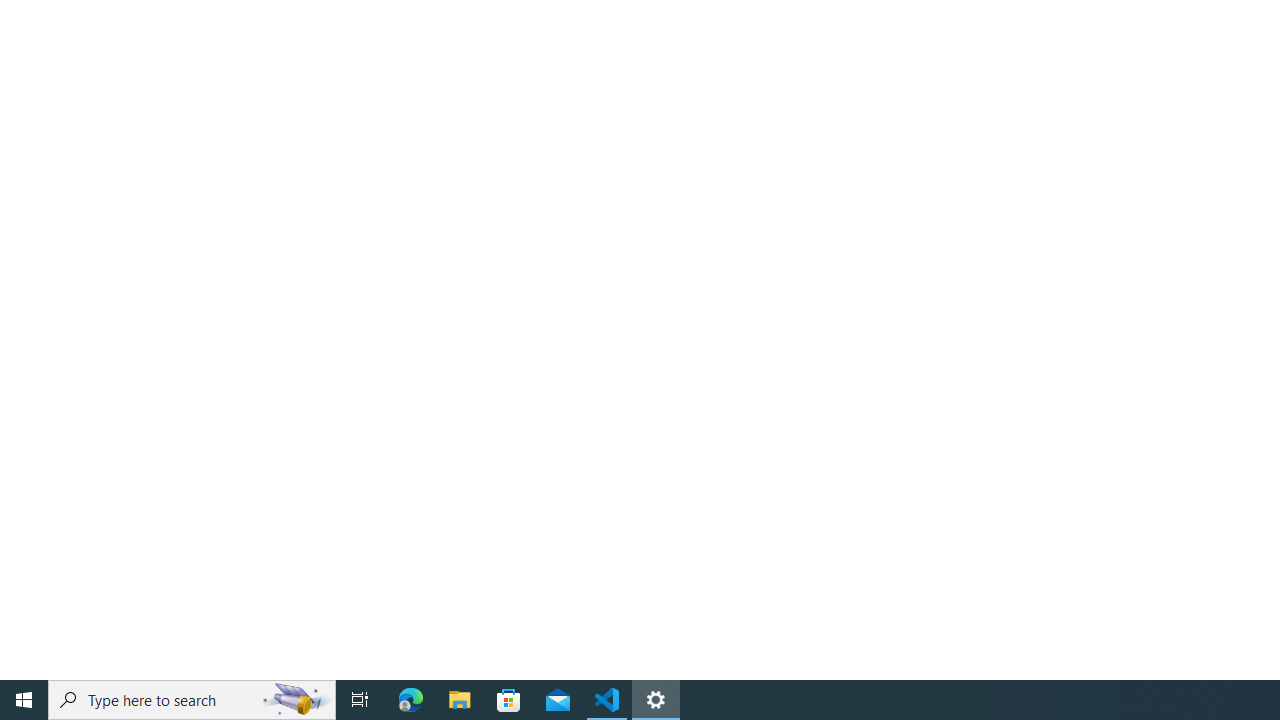  What do you see at coordinates (459, 698) in the screenshot?
I see `'File Explorer'` at bounding box center [459, 698].